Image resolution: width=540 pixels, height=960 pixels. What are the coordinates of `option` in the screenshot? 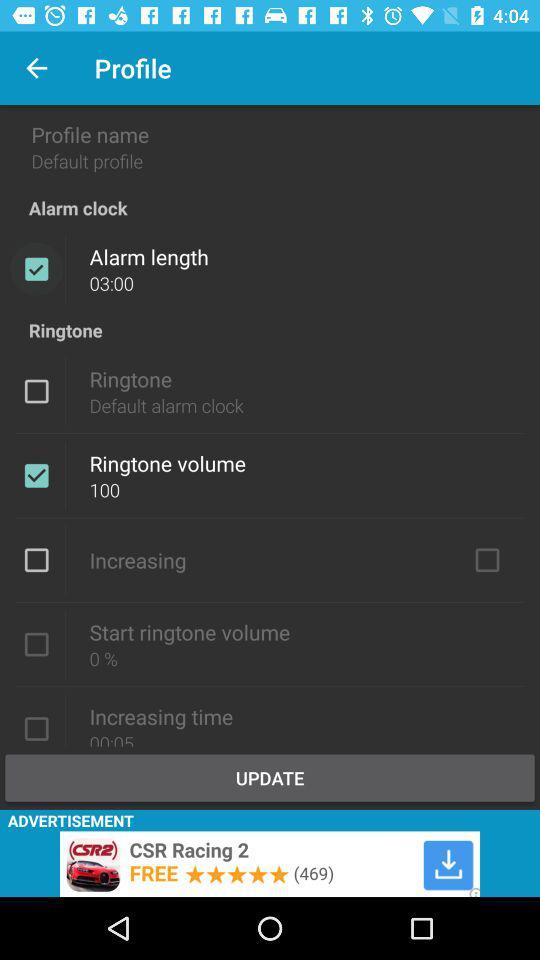 It's located at (36, 560).